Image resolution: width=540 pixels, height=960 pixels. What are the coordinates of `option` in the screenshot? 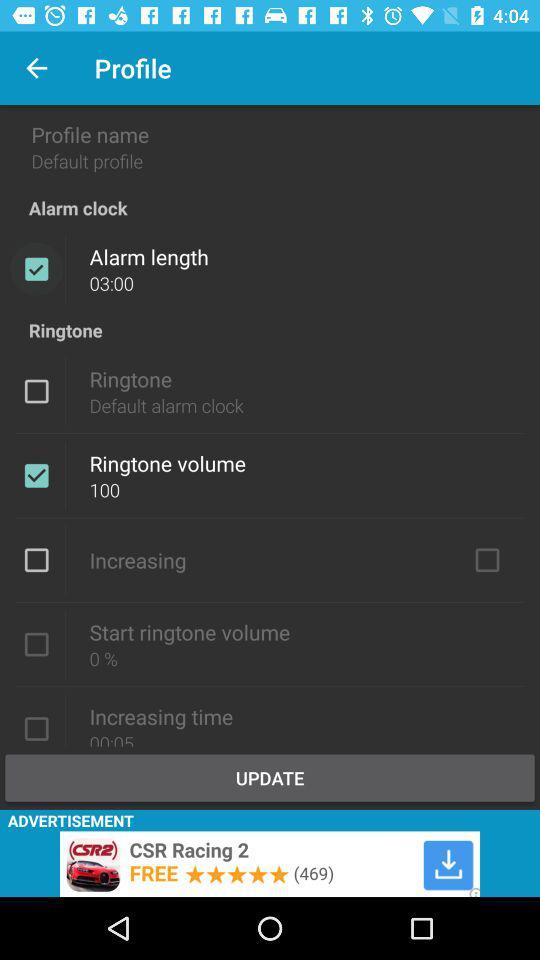 It's located at (36, 560).